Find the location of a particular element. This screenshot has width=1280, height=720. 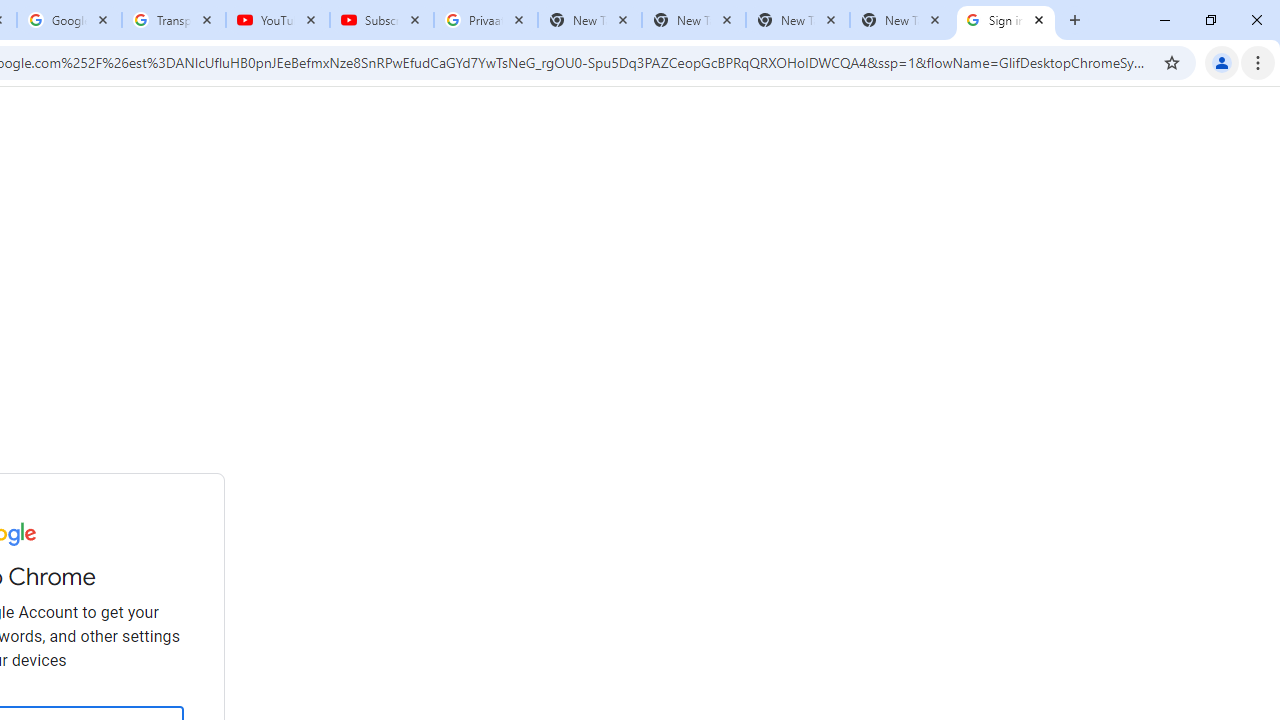

'Google Account' is located at coordinates (69, 20).